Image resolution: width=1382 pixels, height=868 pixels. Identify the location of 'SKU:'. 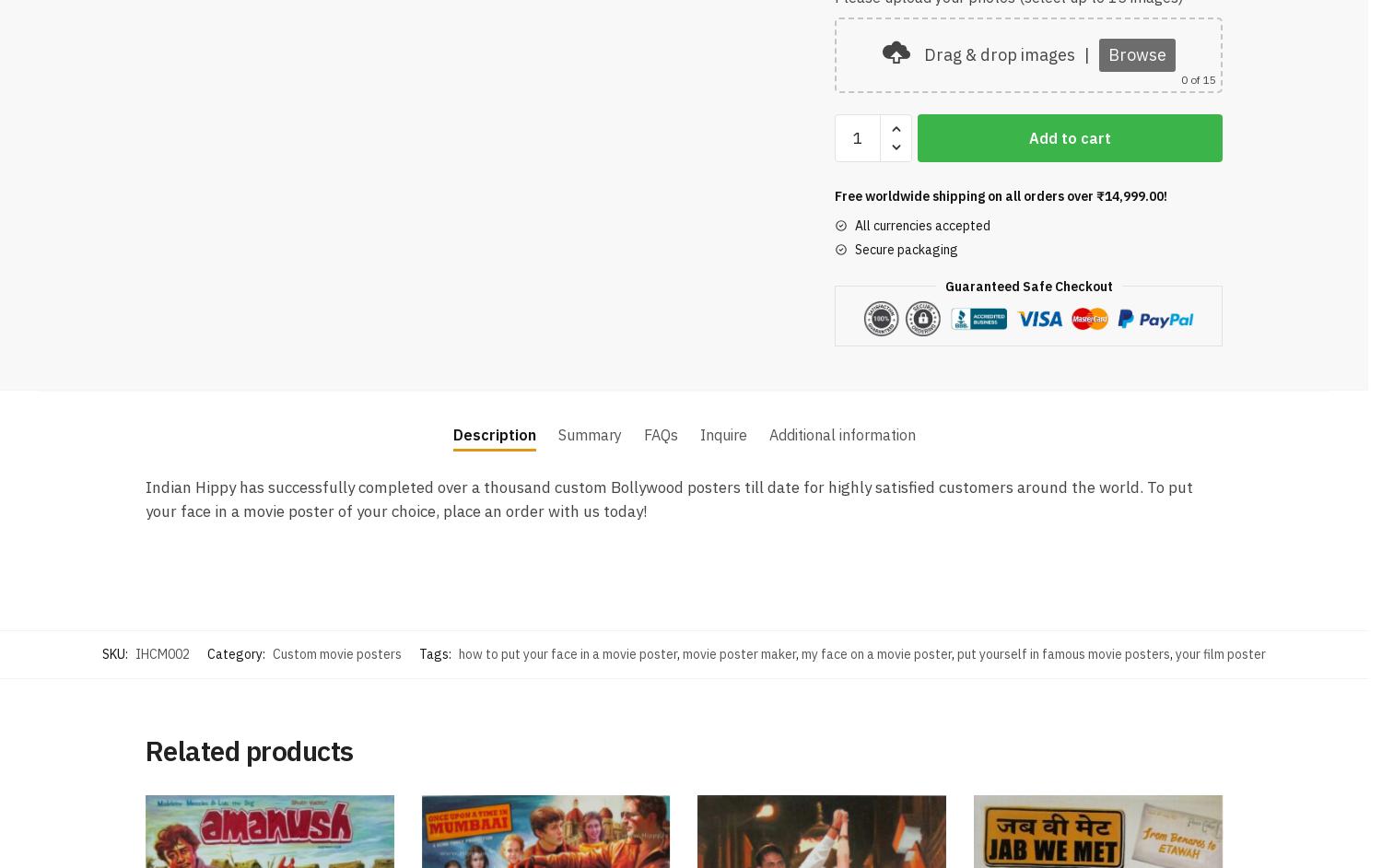
(101, 651).